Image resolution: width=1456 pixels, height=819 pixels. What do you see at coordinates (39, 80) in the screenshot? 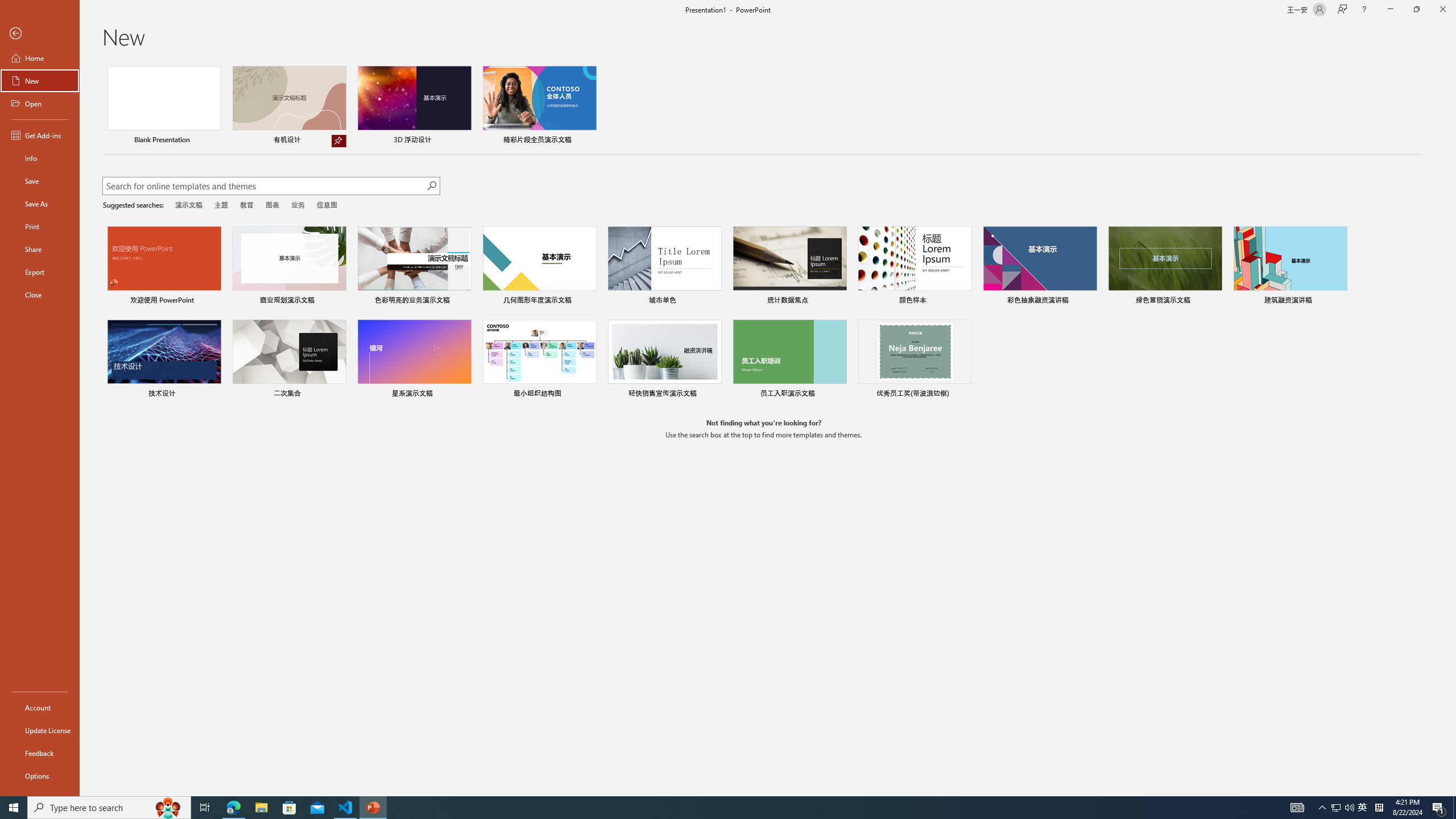
I see `'New'` at bounding box center [39, 80].